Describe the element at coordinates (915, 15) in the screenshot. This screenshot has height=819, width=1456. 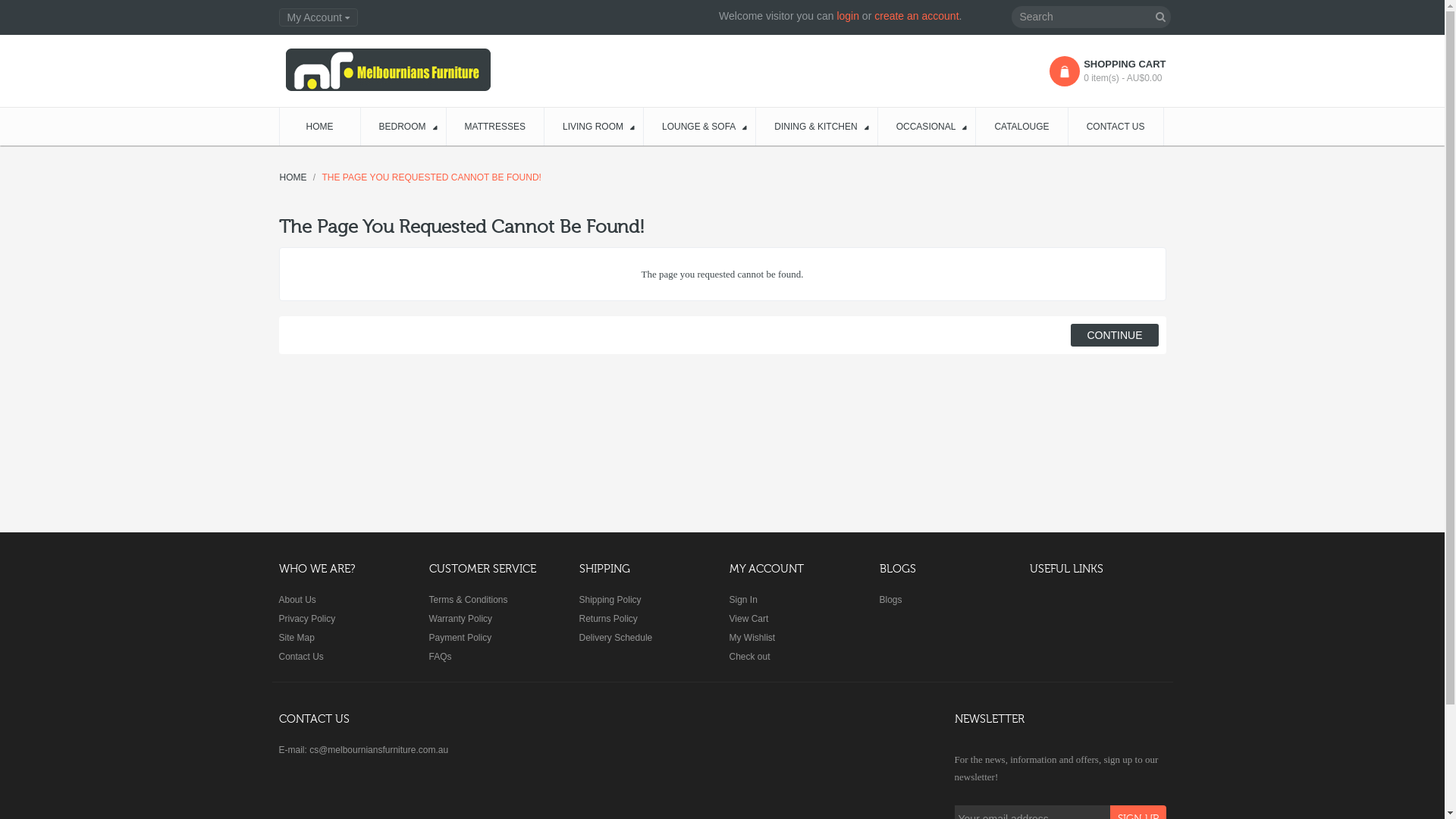
I see `'create an account'` at that location.